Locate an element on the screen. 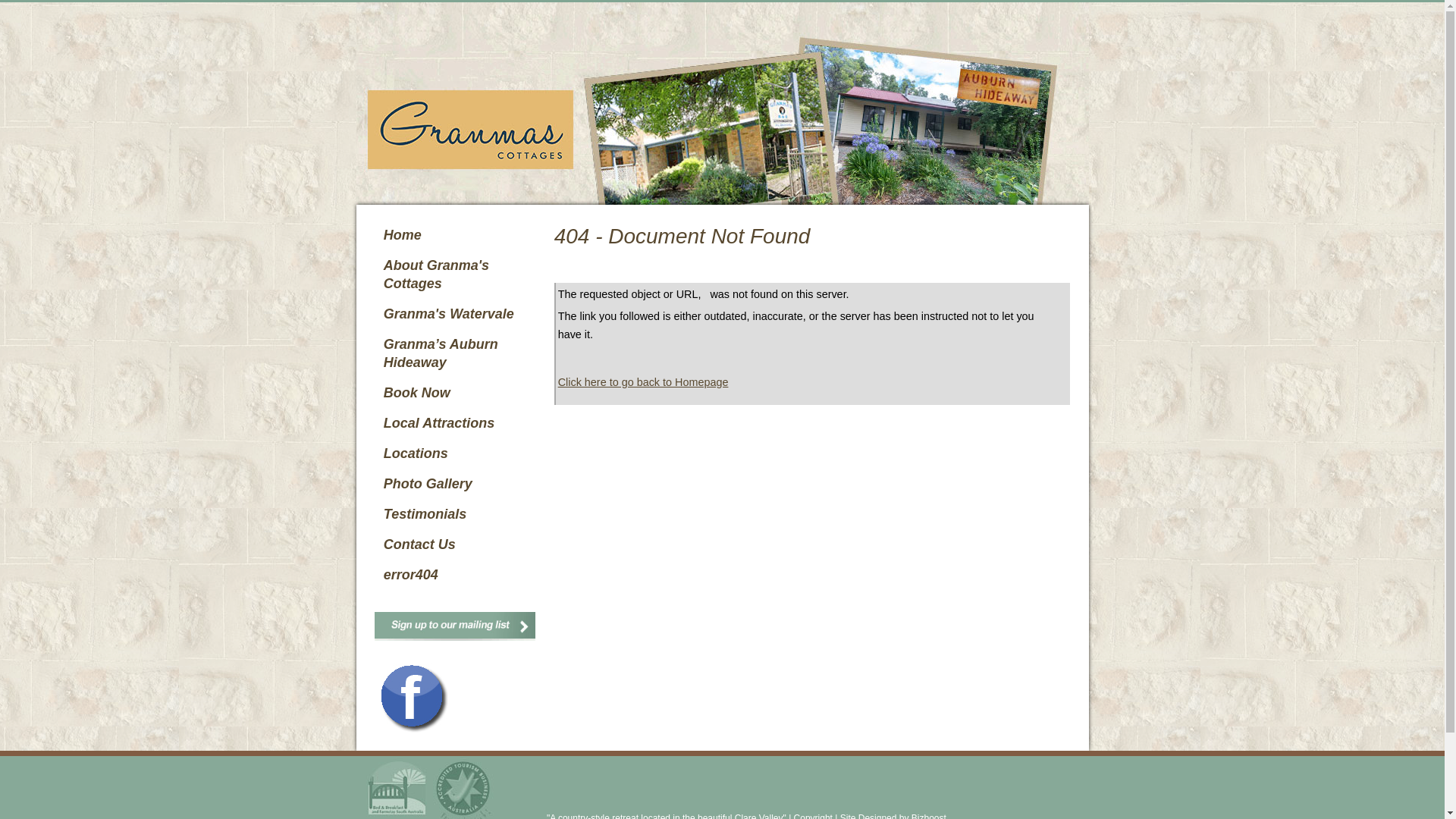 The width and height of the screenshot is (1456, 819). 'Click here to go back to Homepage' is located at coordinates (557, 381).